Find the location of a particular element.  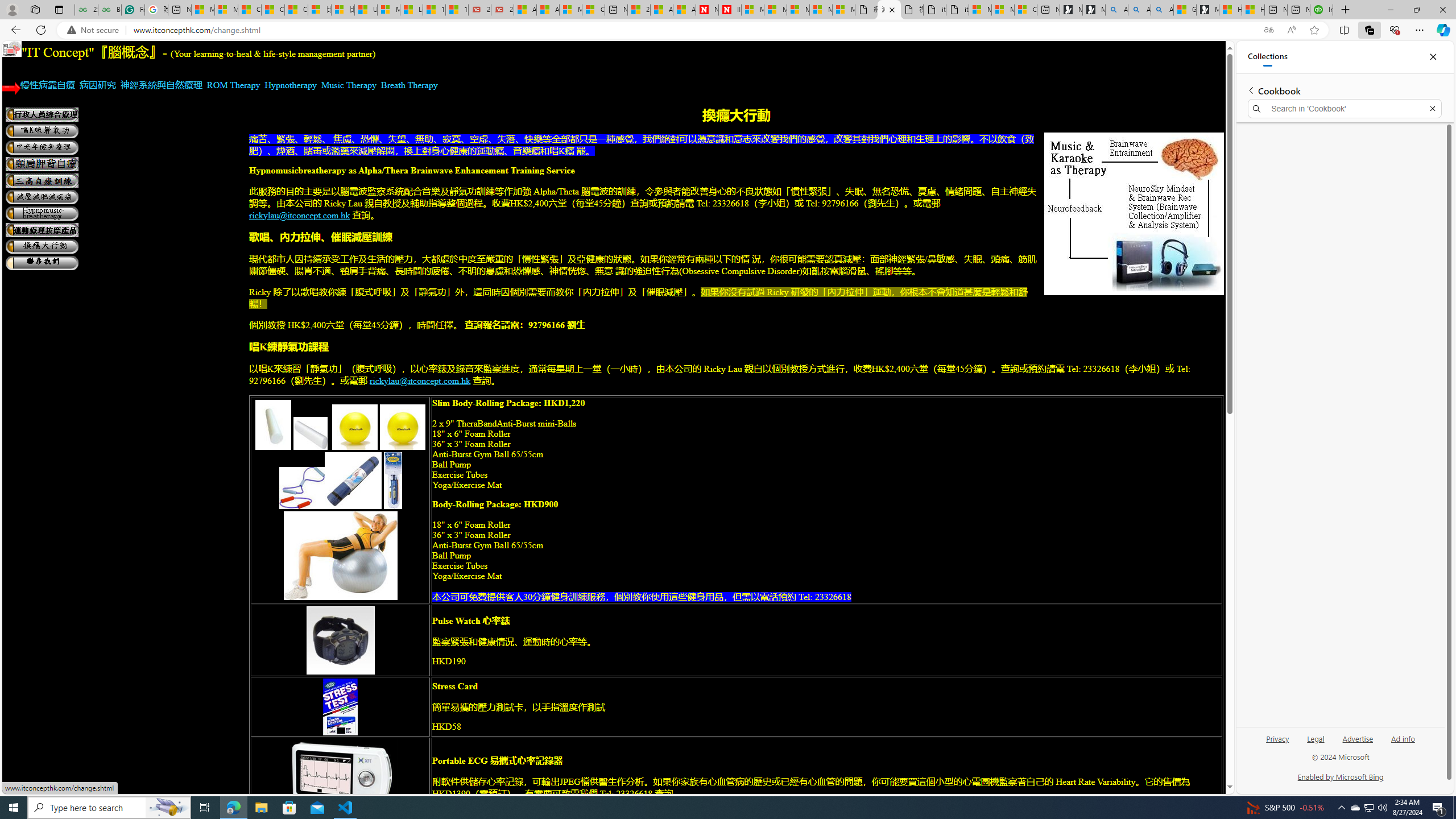

'Hypnotherapy' is located at coordinates (291, 85).